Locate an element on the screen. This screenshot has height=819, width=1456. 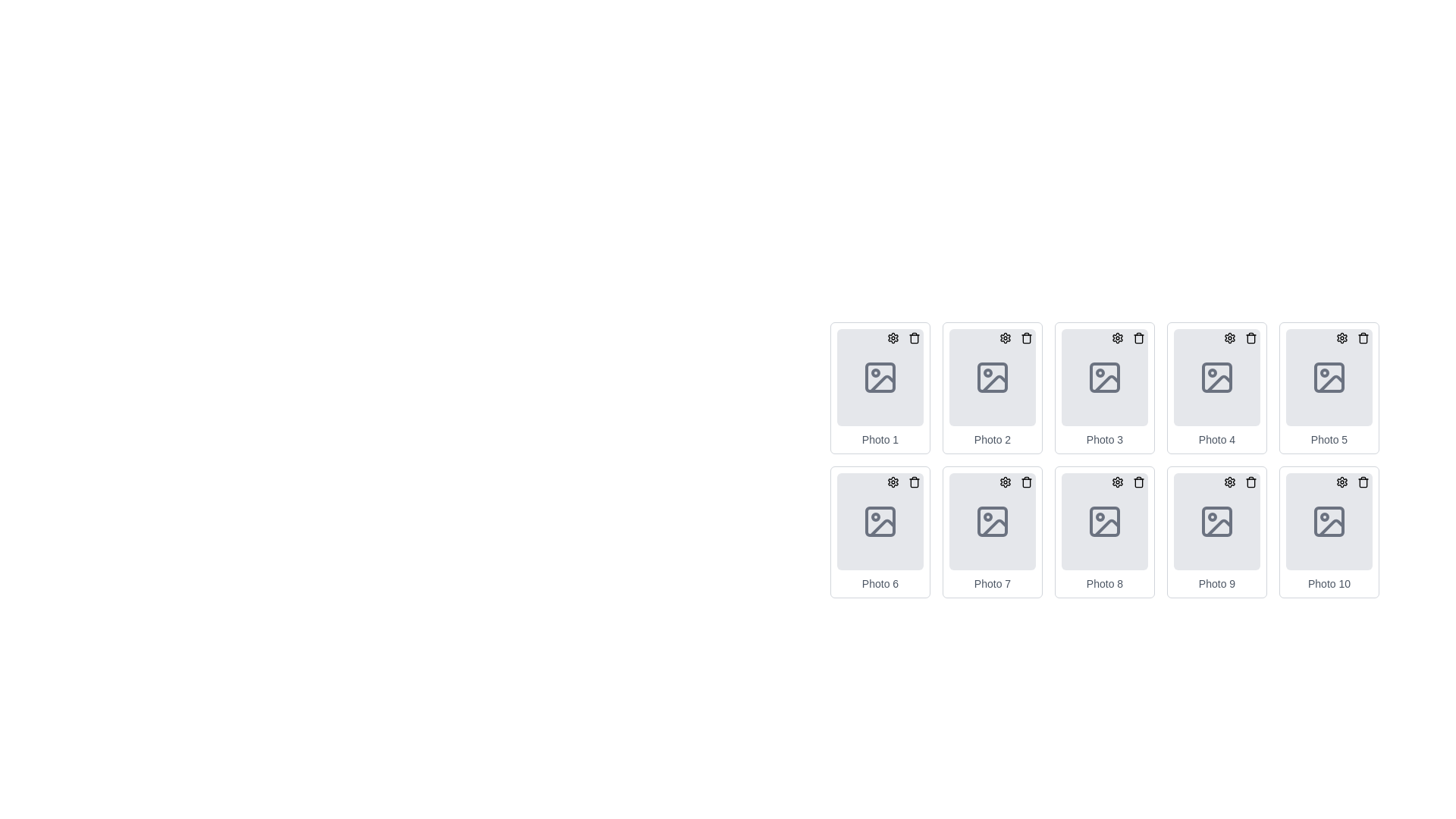
the settings icon located in the upper-right corner of the 'Photo 8' card is located at coordinates (1117, 482).